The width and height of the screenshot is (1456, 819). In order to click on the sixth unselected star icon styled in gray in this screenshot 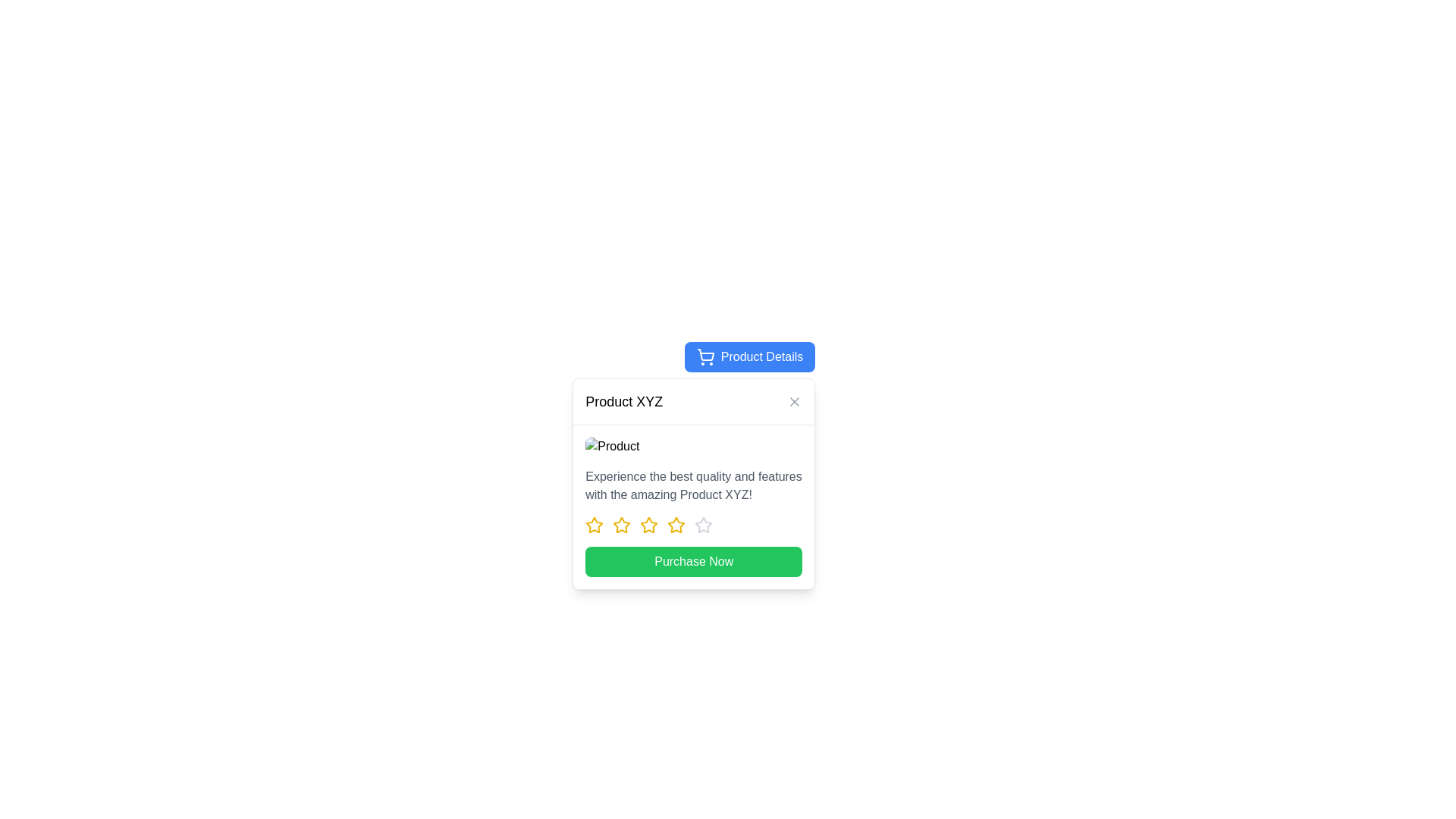, I will do `click(703, 525)`.